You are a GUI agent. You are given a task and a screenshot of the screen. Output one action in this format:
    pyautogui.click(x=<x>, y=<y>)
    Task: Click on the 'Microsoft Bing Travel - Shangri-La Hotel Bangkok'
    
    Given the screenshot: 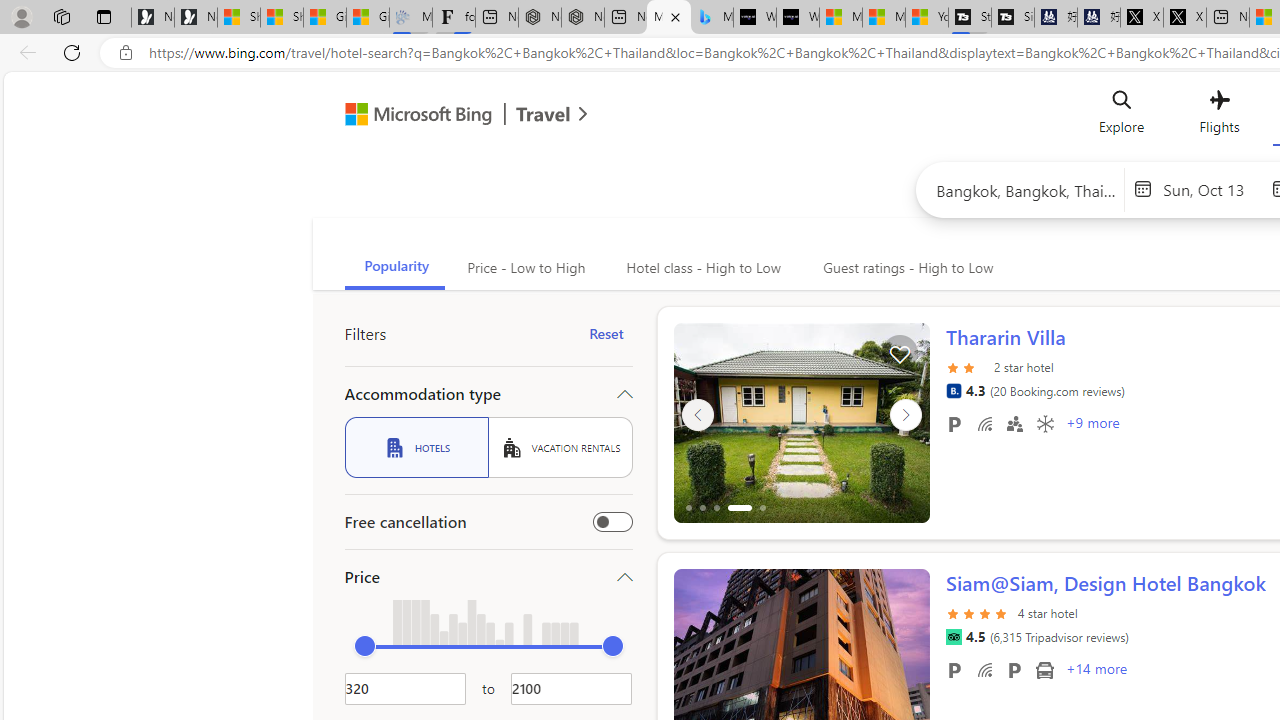 What is the action you would take?
    pyautogui.click(x=712, y=17)
    